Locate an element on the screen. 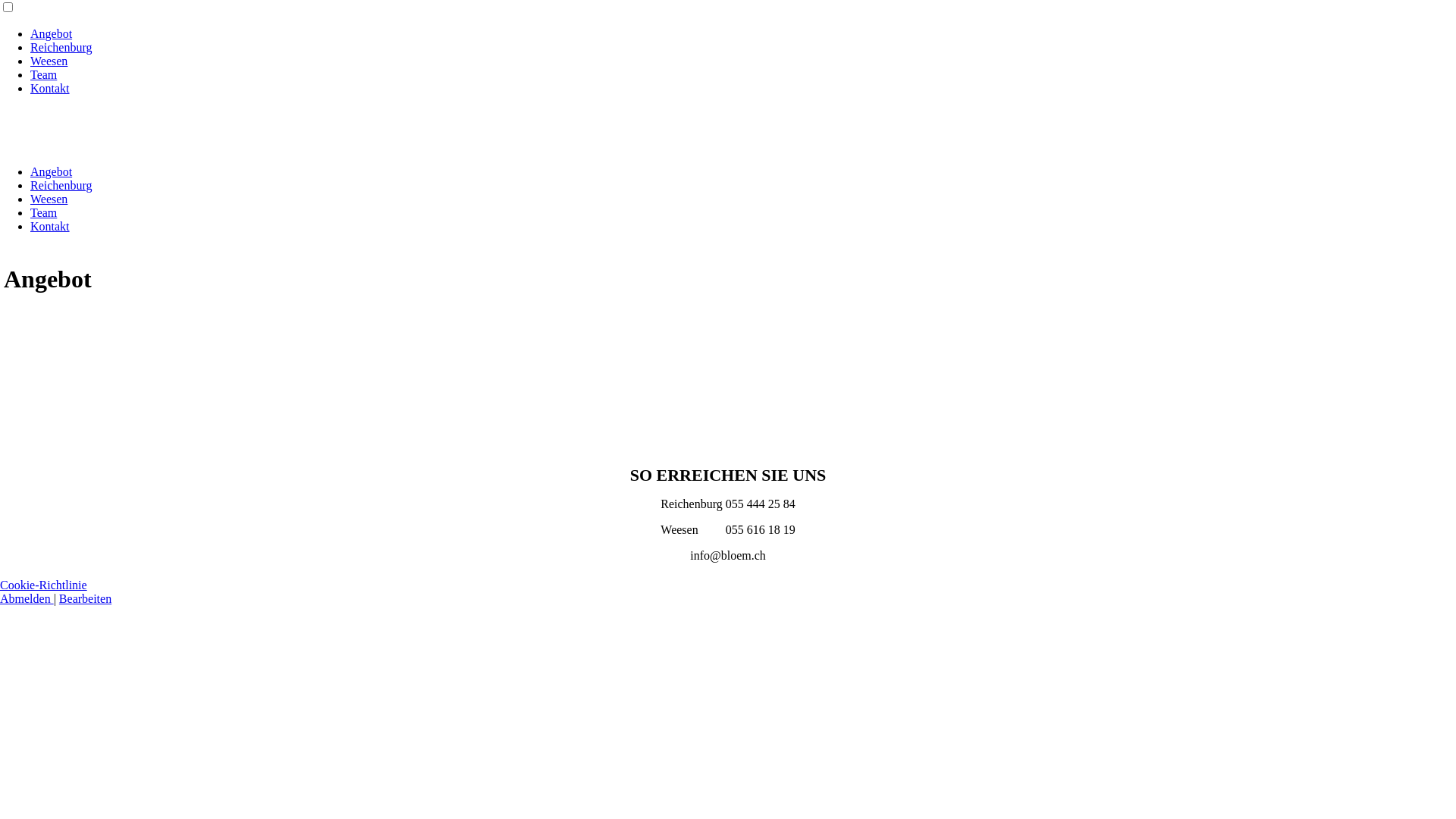 The image size is (1456, 819). 'Weesen' is located at coordinates (49, 60).